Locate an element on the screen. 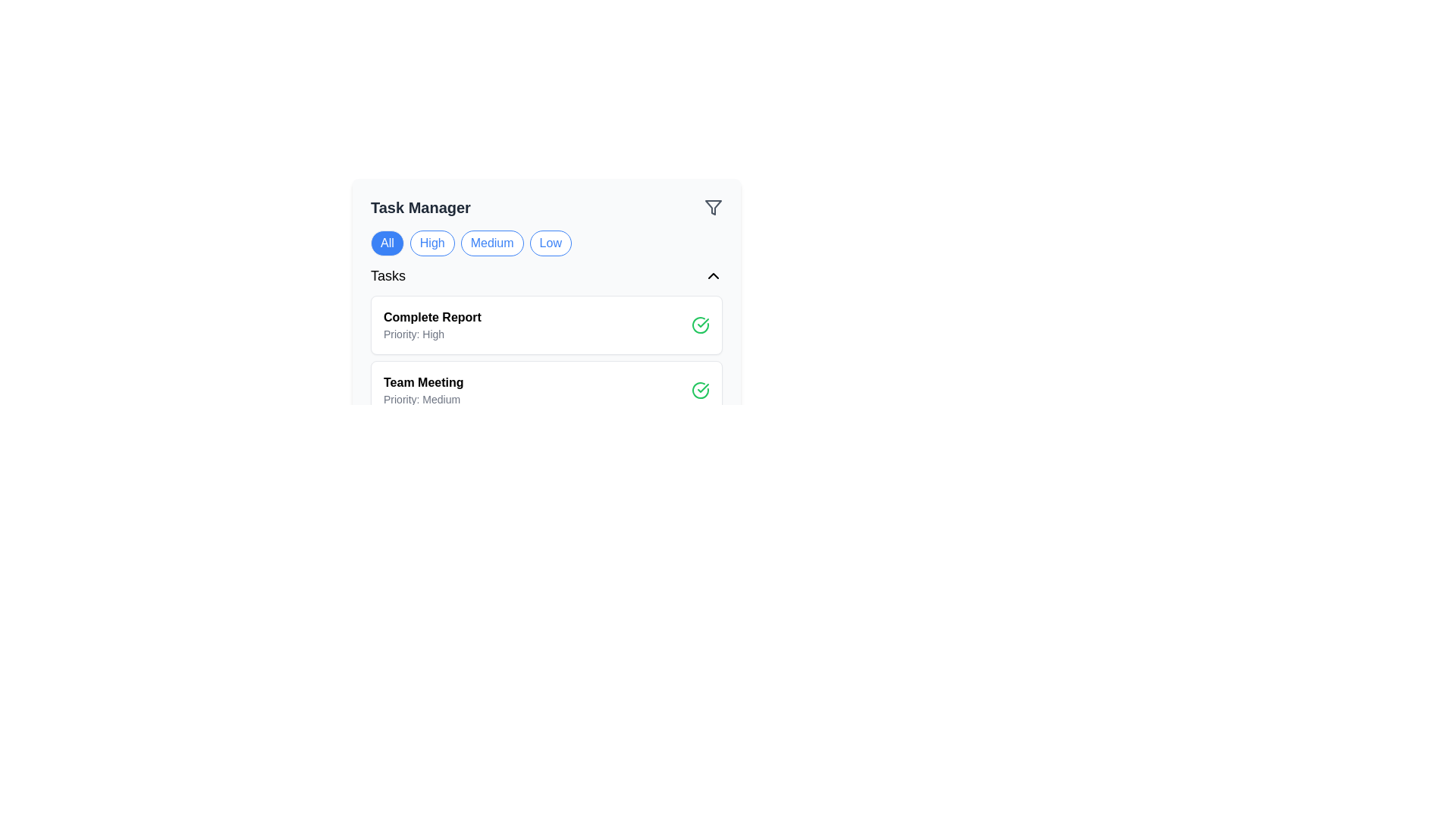 The width and height of the screenshot is (1456, 819). the triangular filter icon in the top-right corner of the task manager interface, which is part of an SVG graphic element indicating filtering functionality is located at coordinates (712, 207).